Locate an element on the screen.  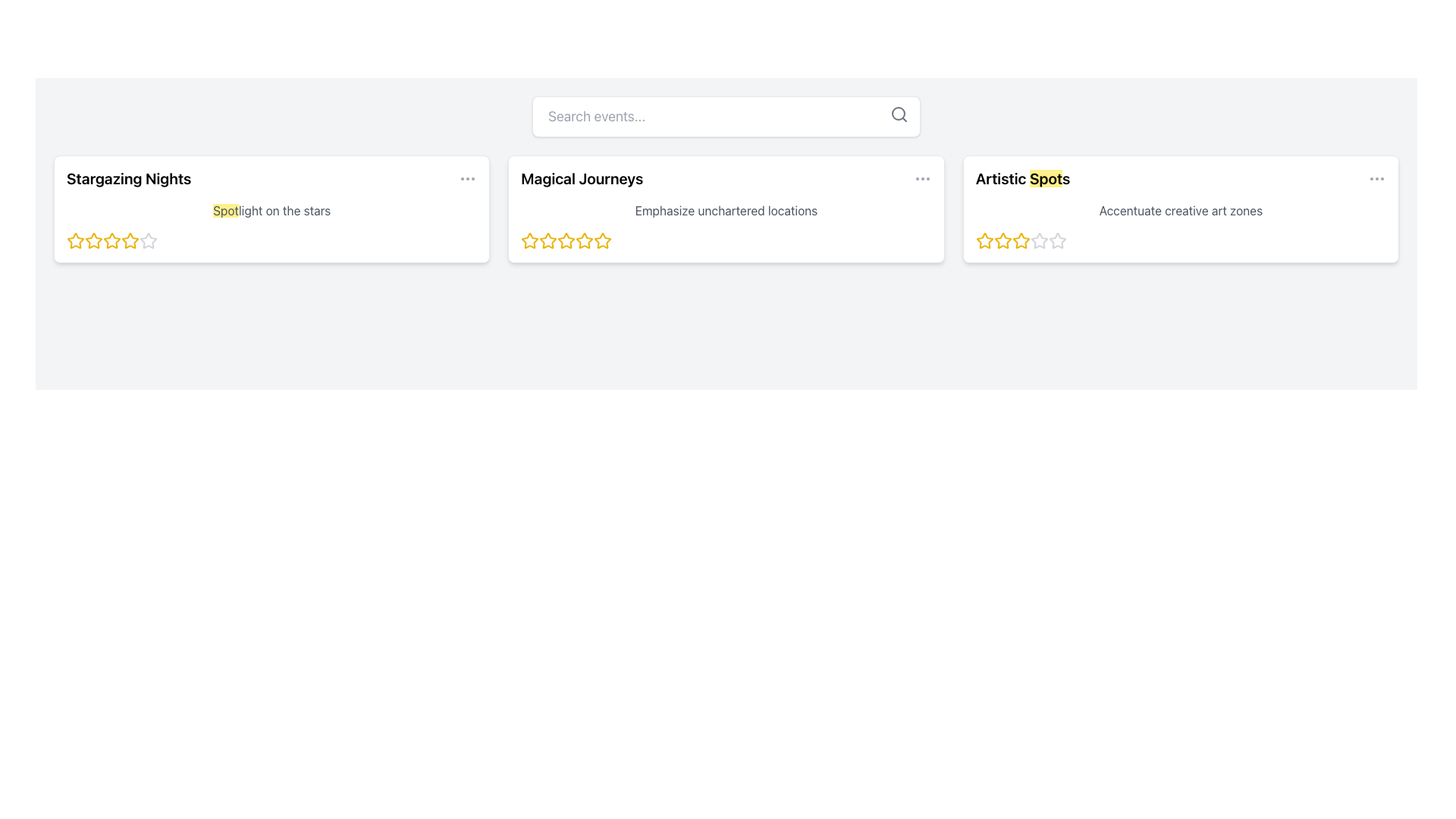
the second star from the left in the 5-star rating system under the 'Artistic Spots' title is located at coordinates (1003, 240).